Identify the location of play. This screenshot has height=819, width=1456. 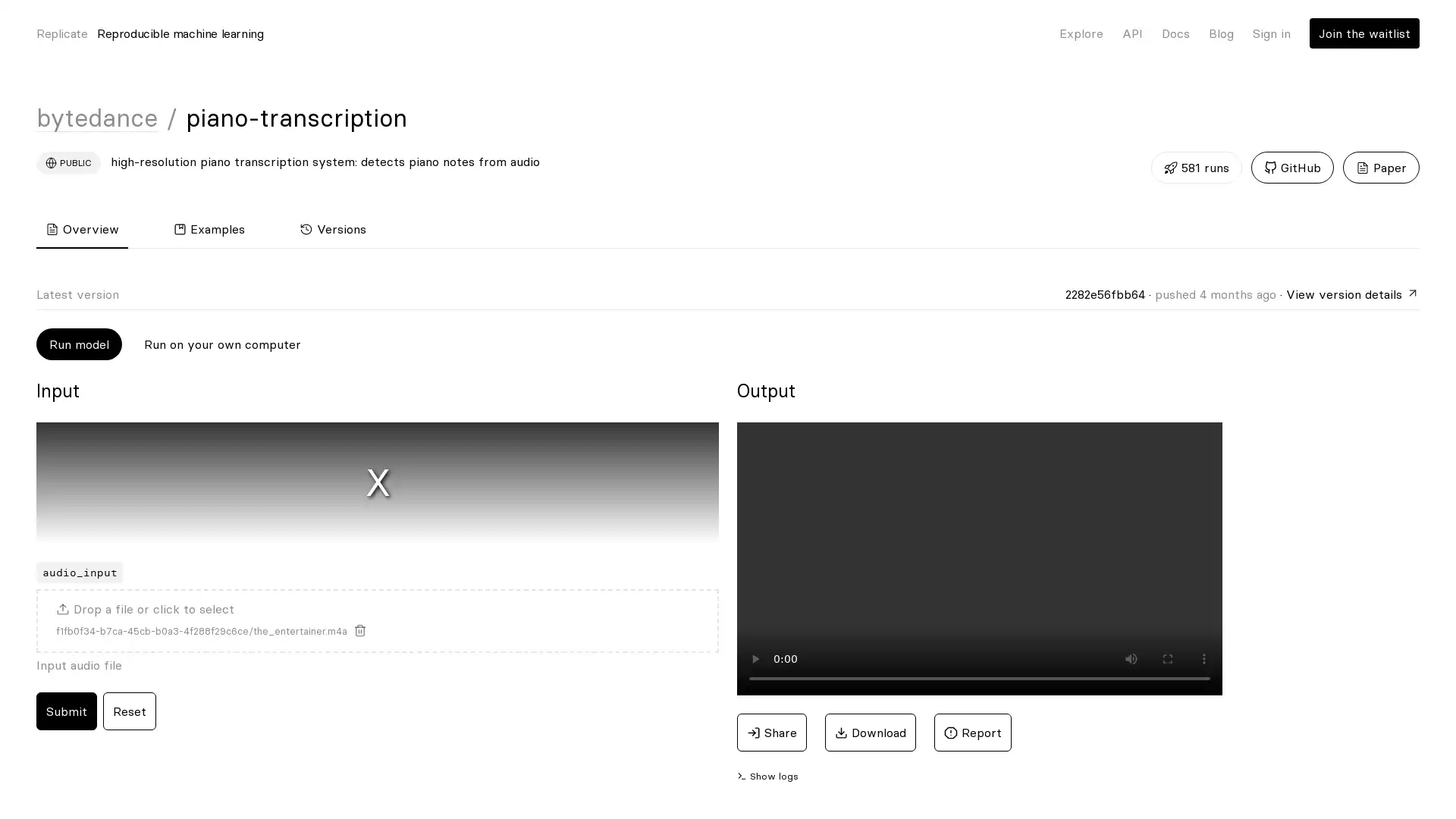
(755, 657).